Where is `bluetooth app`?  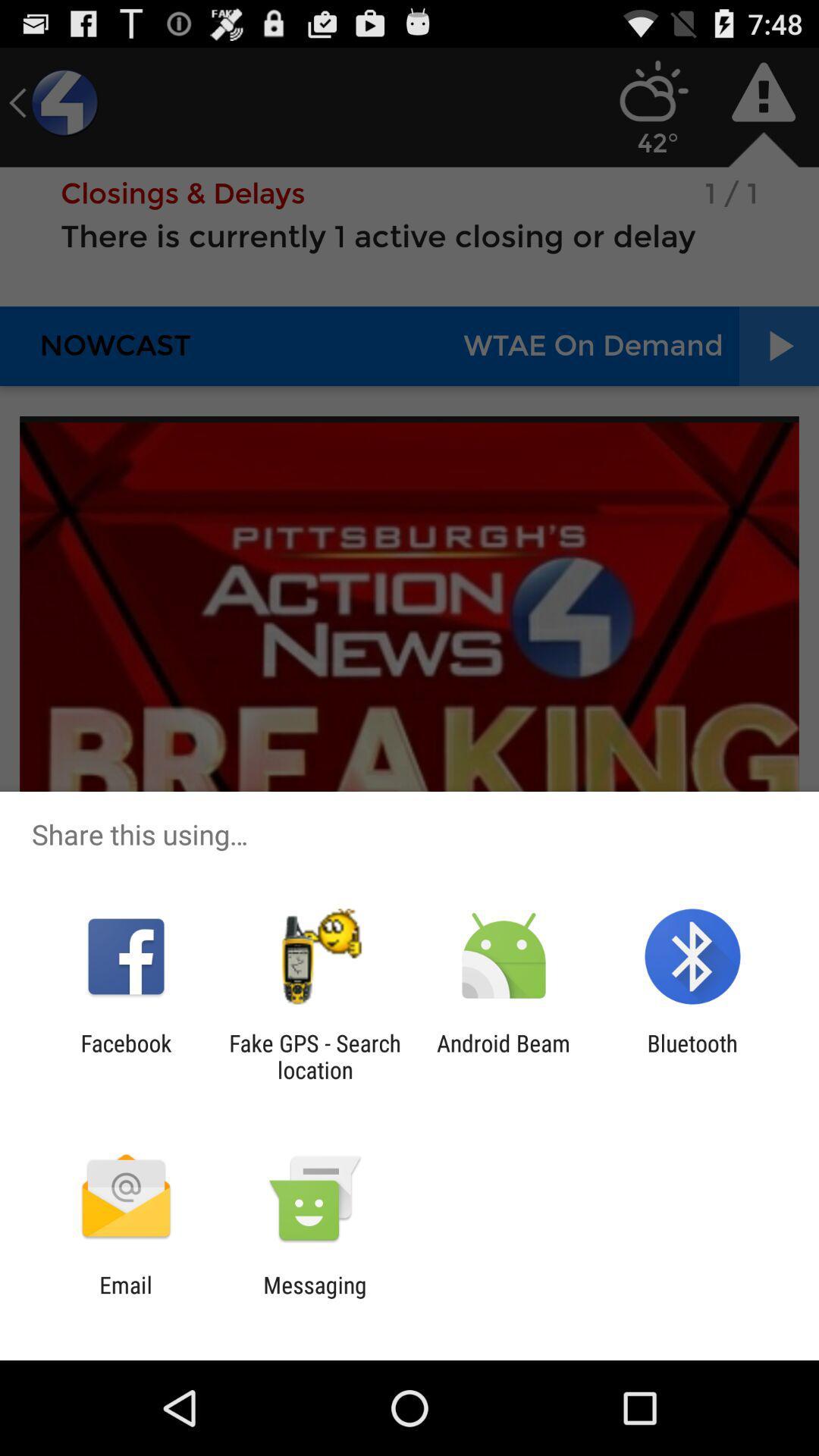 bluetooth app is located at coordinates (692, 1056).